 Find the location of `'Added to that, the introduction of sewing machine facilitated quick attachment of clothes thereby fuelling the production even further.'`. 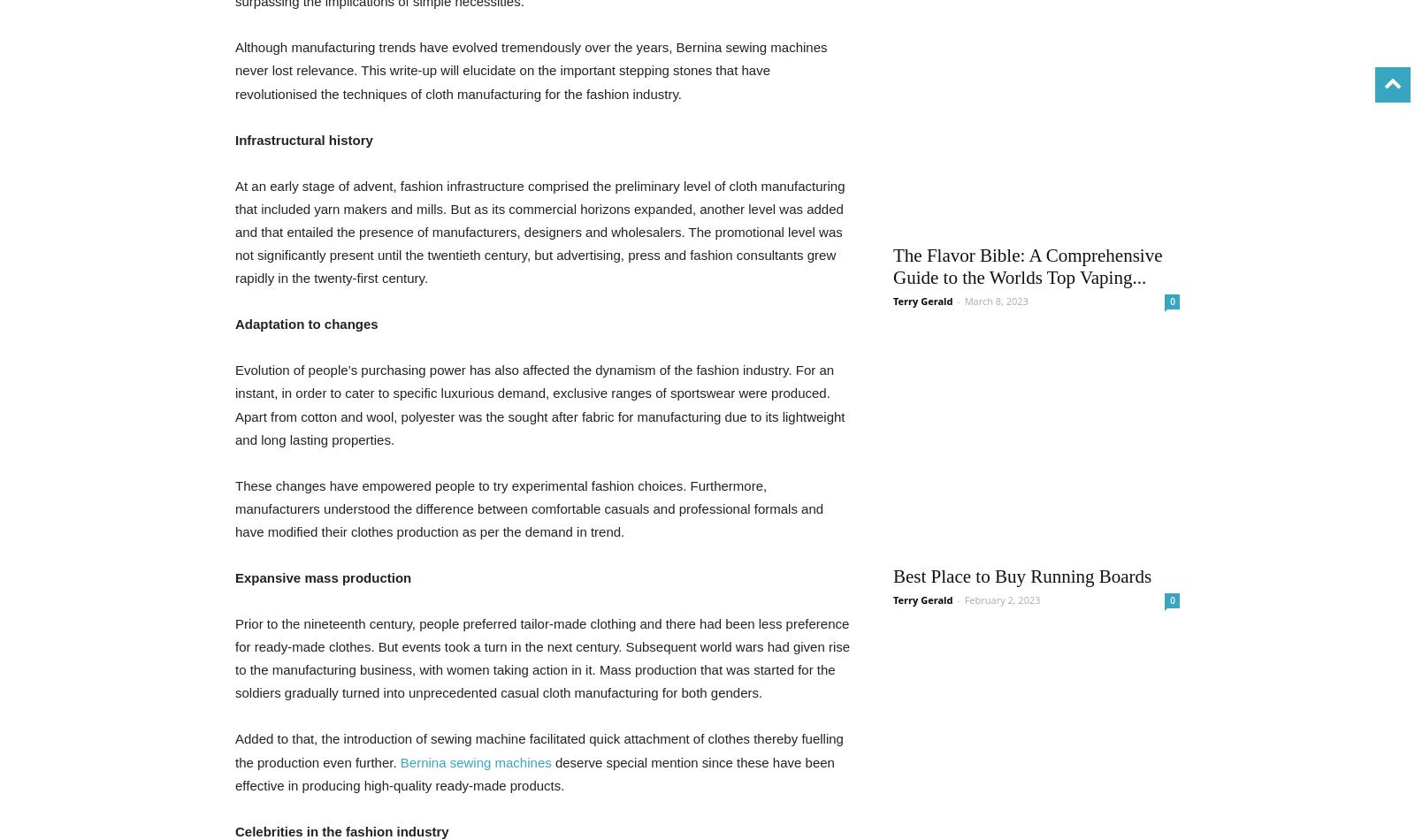

'Added to that, the introduction of sewing machine facilitated quick attachment of clothes thereby fuelling the production even further.' is located at coordinates (539, 749).